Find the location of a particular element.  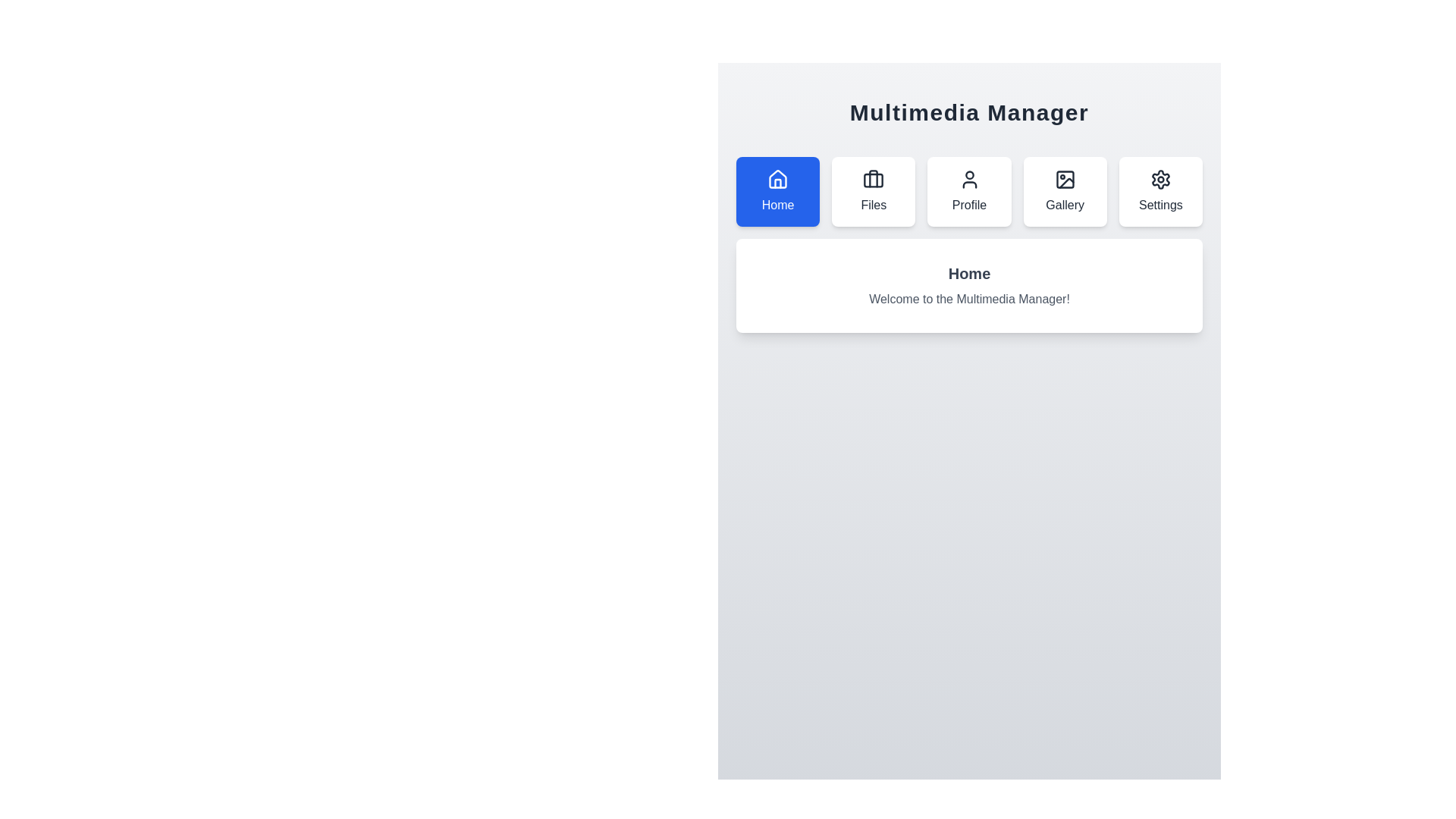

the navigation button located between the 'Home' and 'Profile' buttons is located at coordinates (874, 191).